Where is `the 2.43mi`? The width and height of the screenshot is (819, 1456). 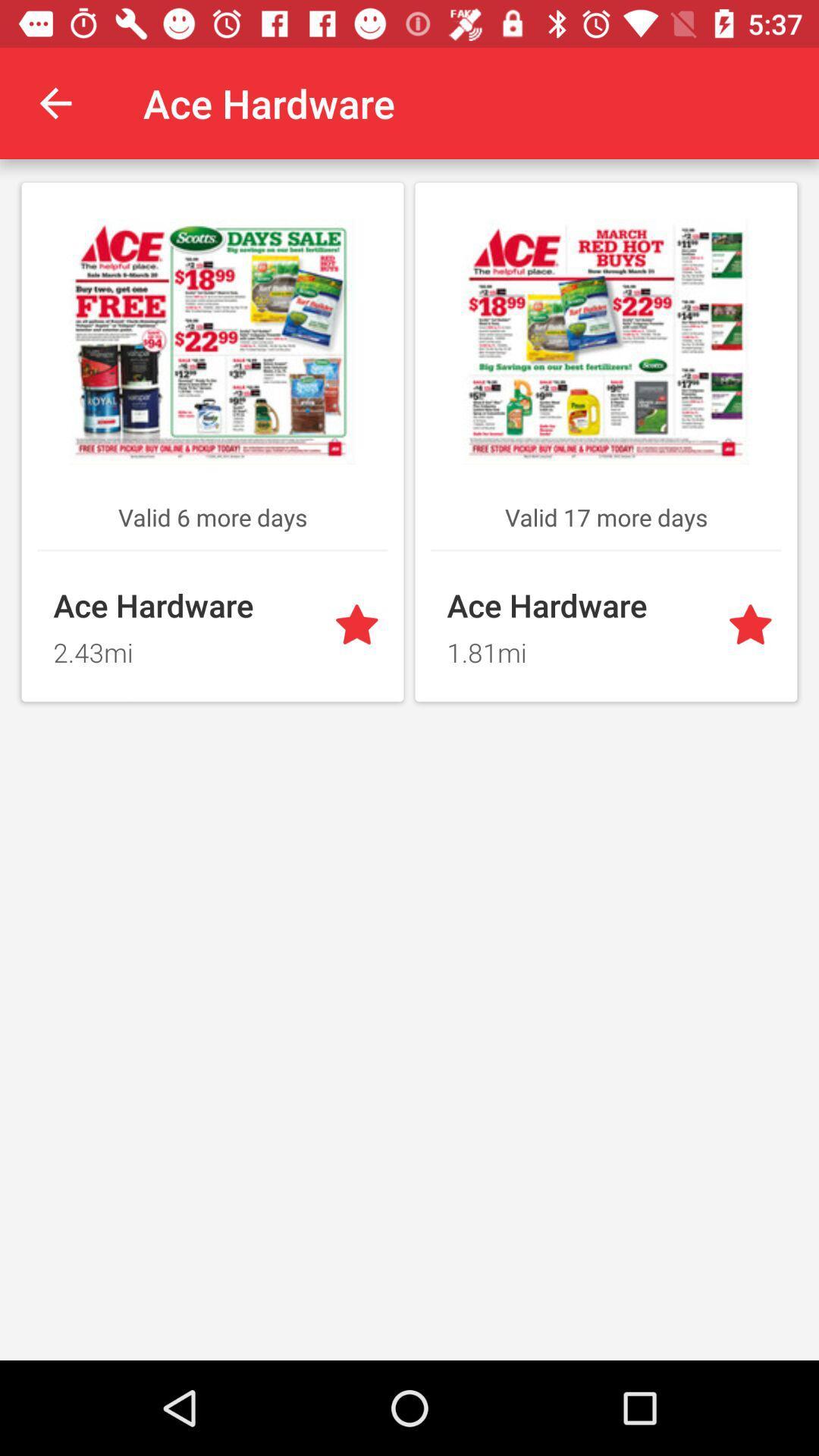 the 2.43mi is located at coordinates (184, 648).